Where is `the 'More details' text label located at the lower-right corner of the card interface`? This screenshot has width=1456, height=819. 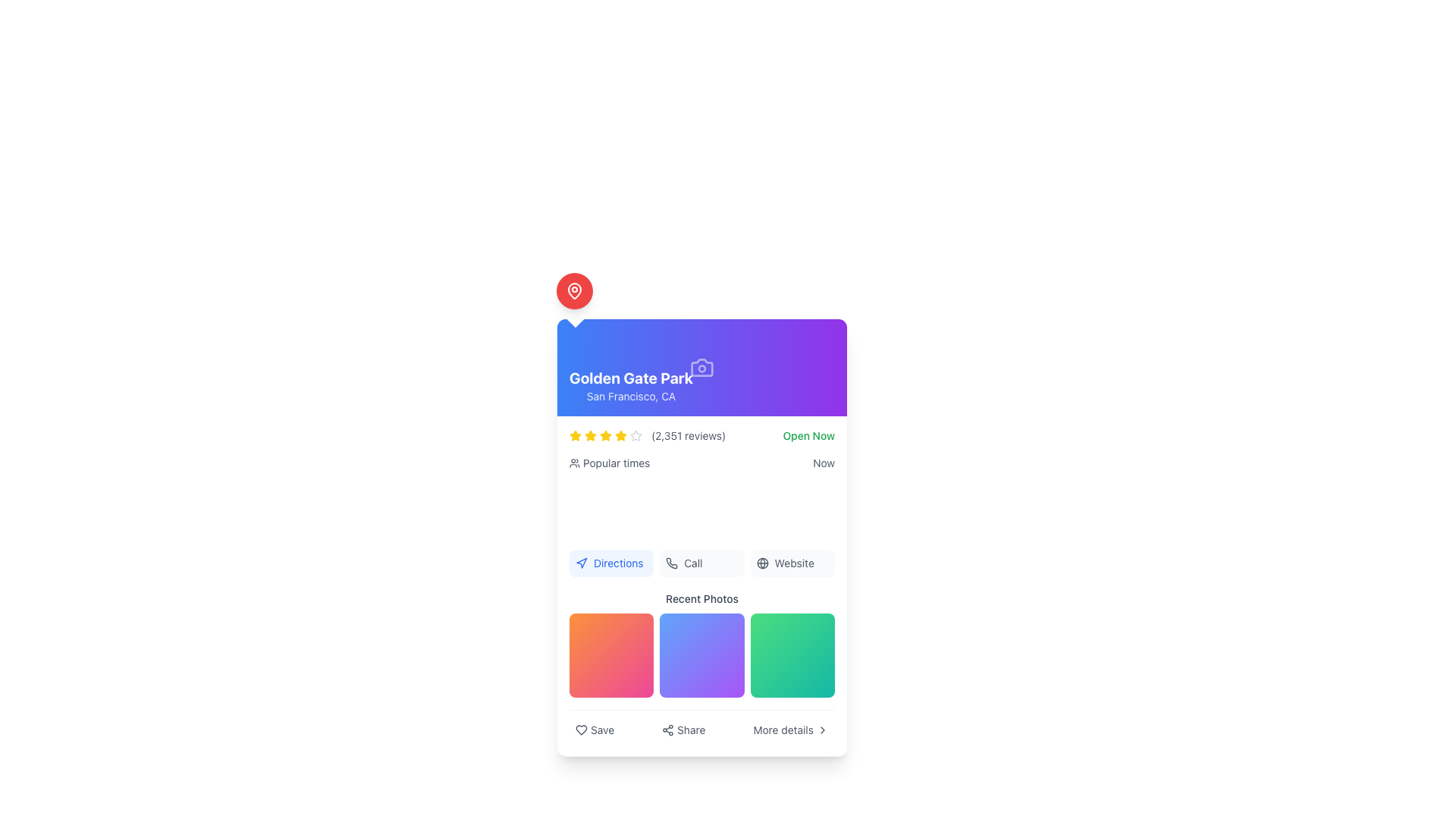 the 'More details' text label located at the lower-right corner of the card interface is located at coordinates (783, 730).